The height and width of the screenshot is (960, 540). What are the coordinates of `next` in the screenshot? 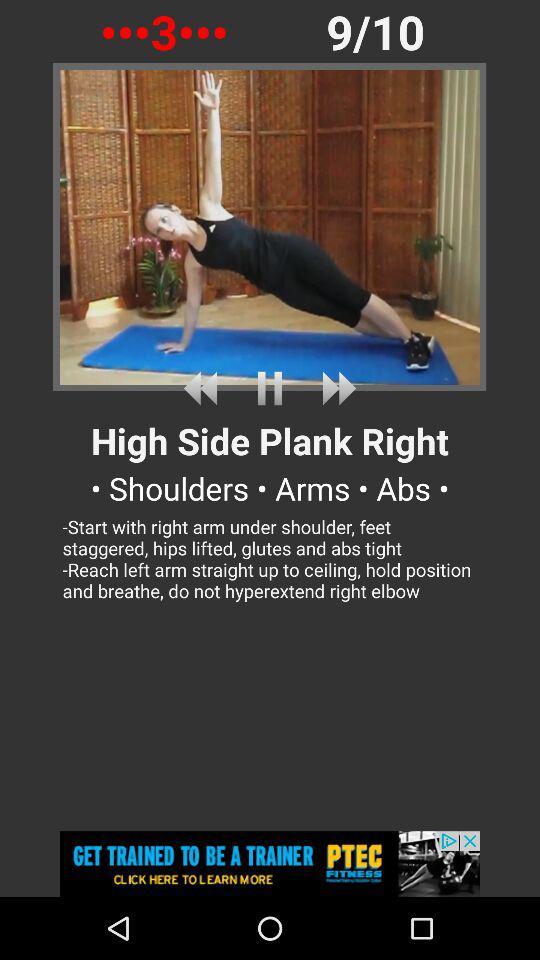 It's located at (335, 387).